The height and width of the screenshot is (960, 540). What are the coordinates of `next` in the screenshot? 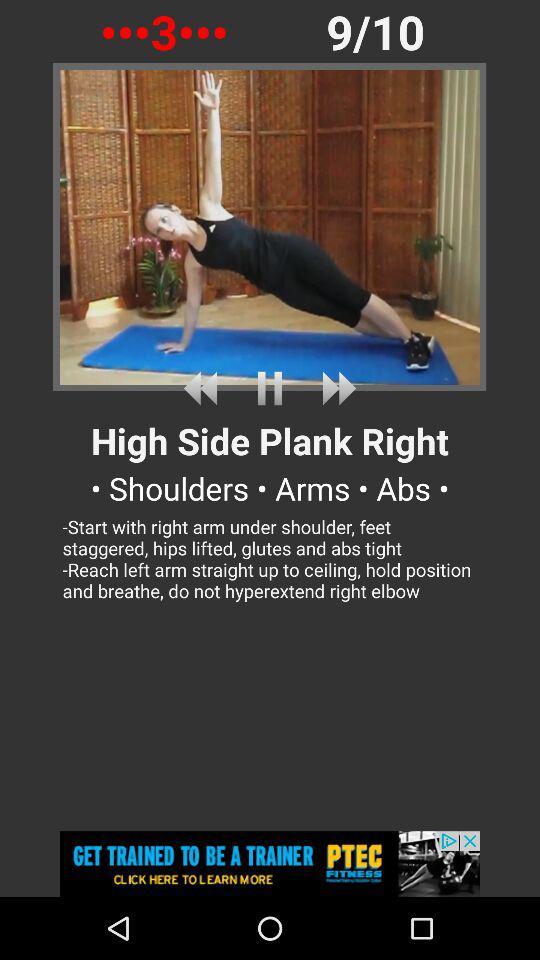 It's located at (335, 387).